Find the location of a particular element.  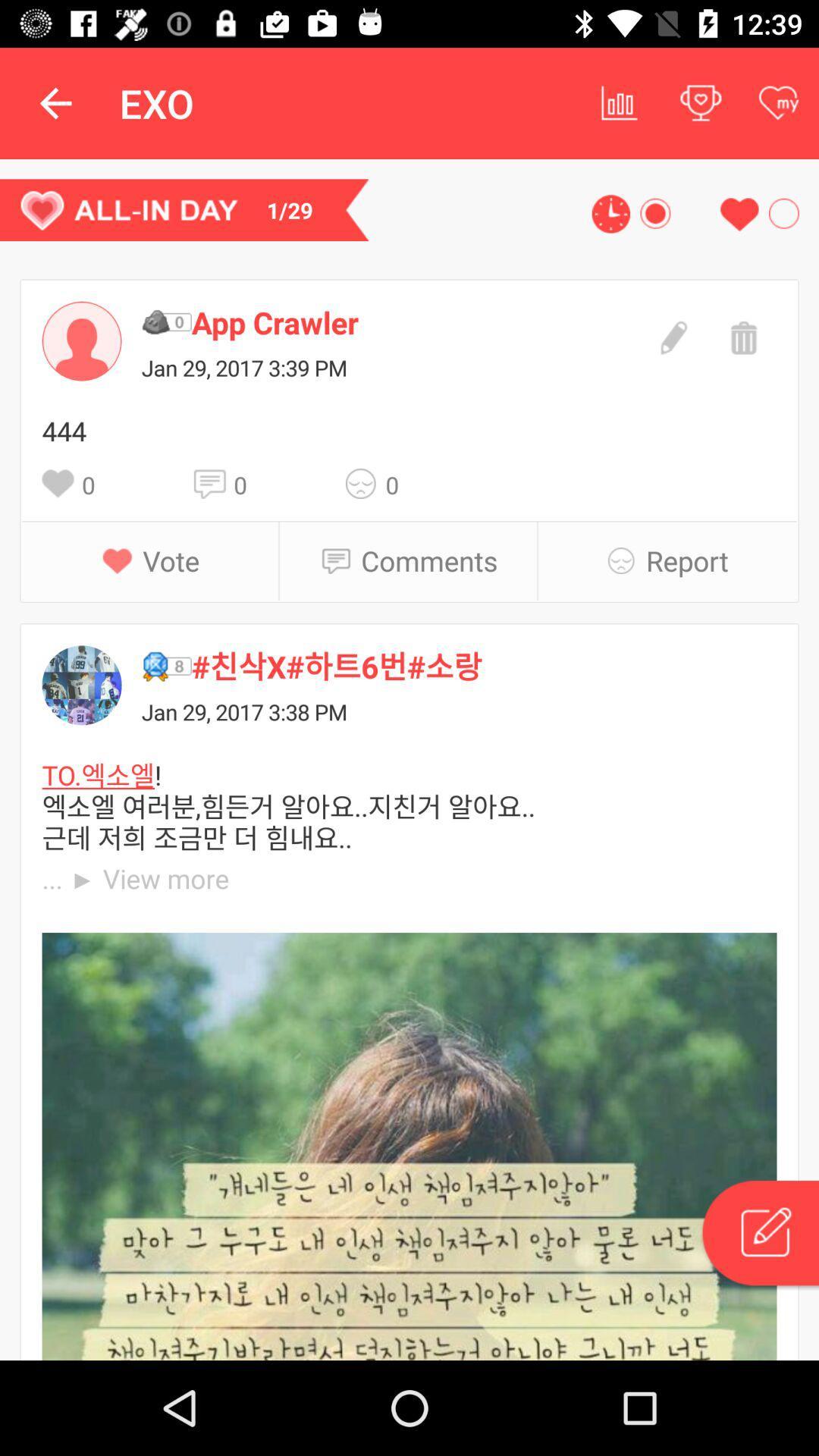

react with emoji is located at coordinates (366, 482).